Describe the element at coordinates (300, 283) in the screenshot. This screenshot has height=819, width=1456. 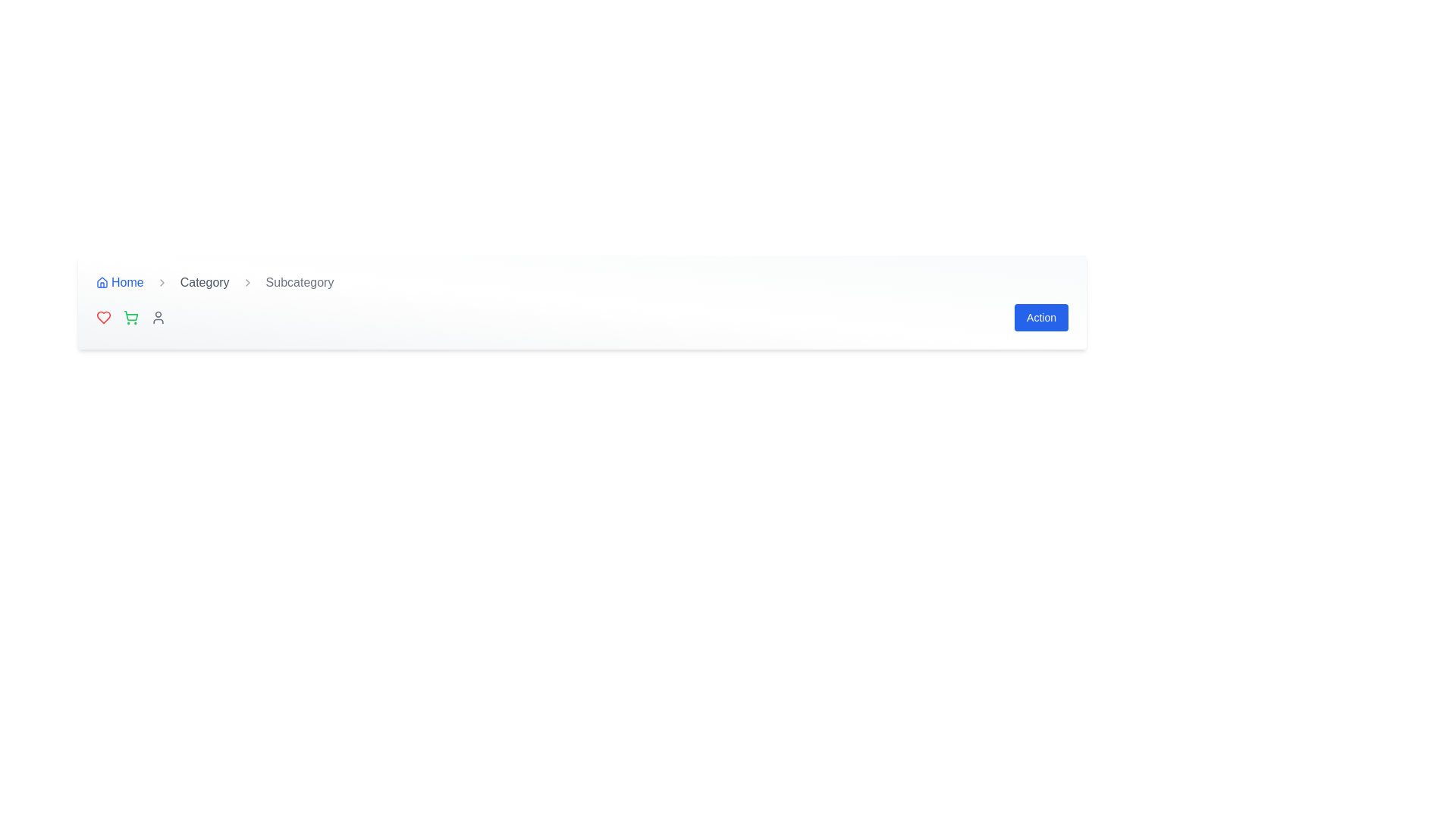
I see `the static text label indicating the current subcategory level in the breadcrumb navigation, which is the third part of the breadcrumb bar located to the right of the 'Category' label` at that location.